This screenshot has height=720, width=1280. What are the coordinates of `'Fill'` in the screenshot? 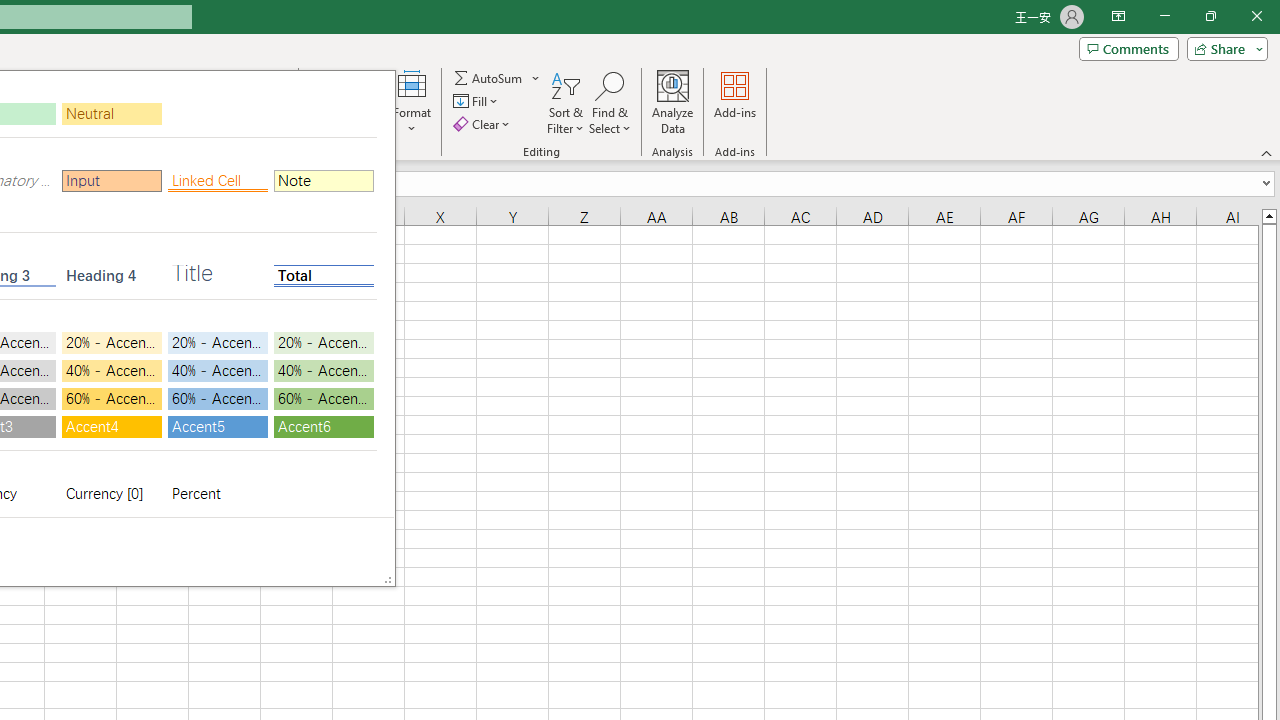 It's located at (477, 101).